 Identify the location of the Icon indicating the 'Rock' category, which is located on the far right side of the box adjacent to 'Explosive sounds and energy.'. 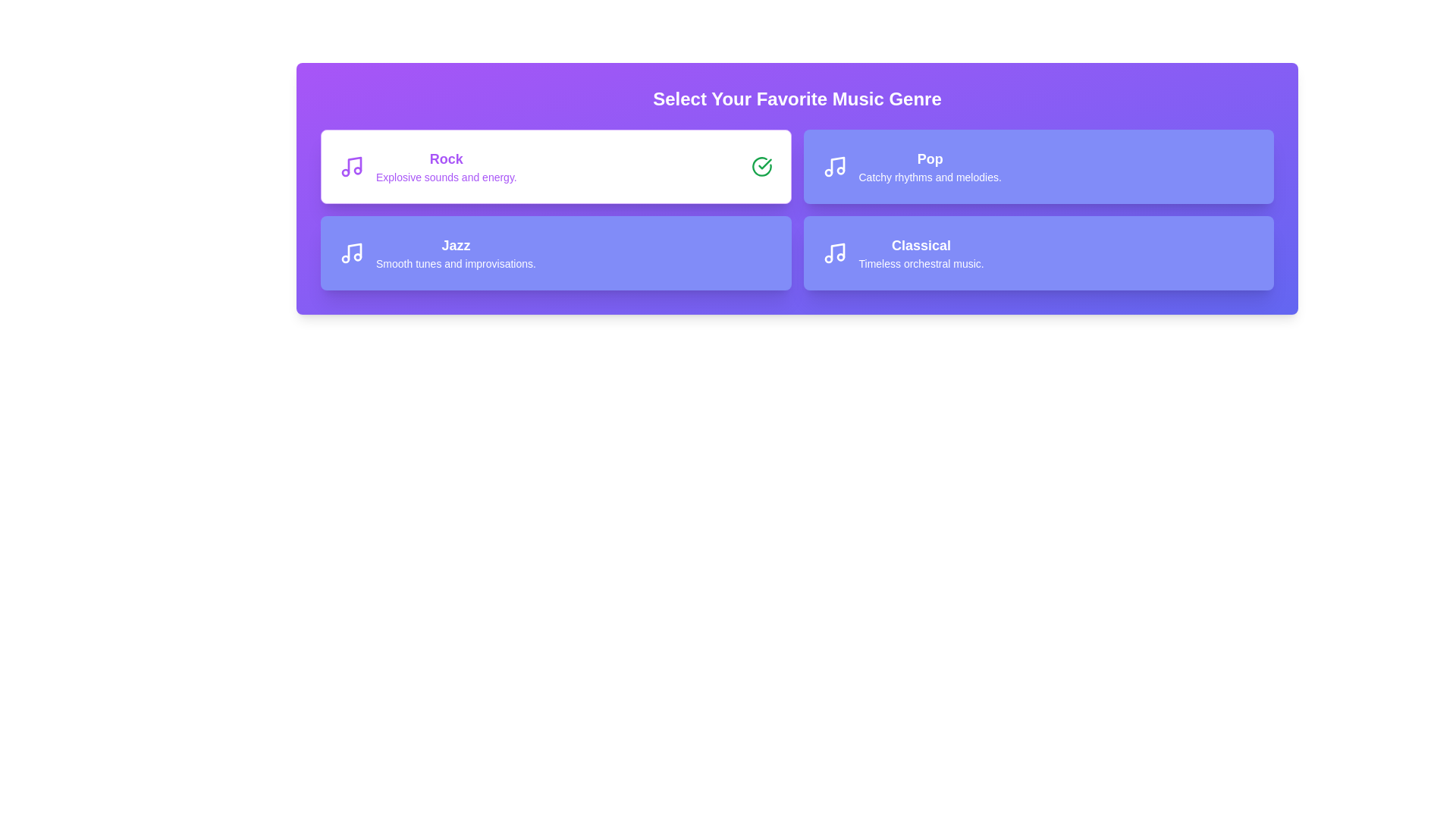
(761, 166).